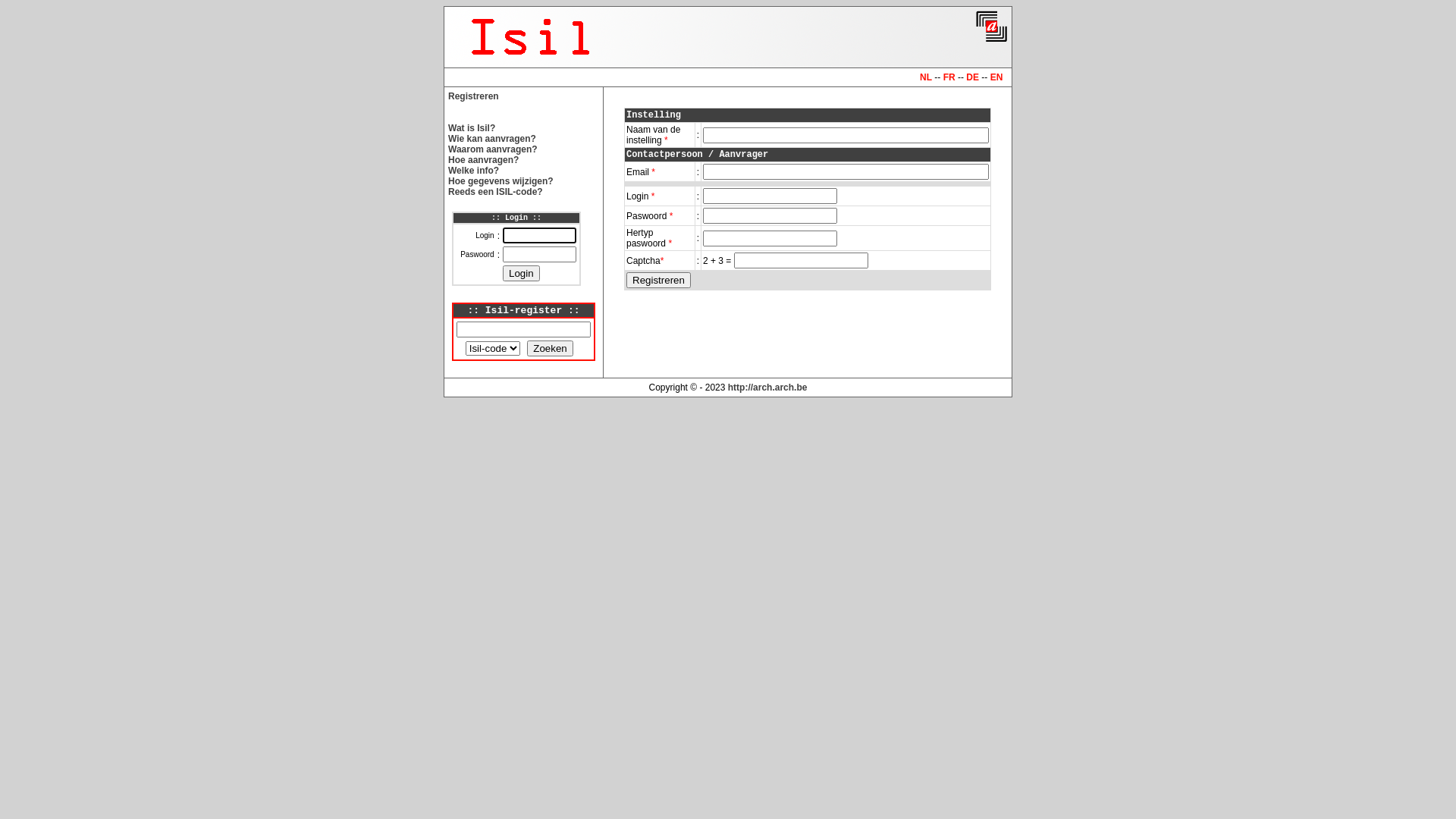 Image resolution: width=1456 pixels, height=819 pixels. What do you see at coordinates (495, 191) in the screenshot?
I see `'Reeds een ISIL-code?'` at bounding box center [495, 191].